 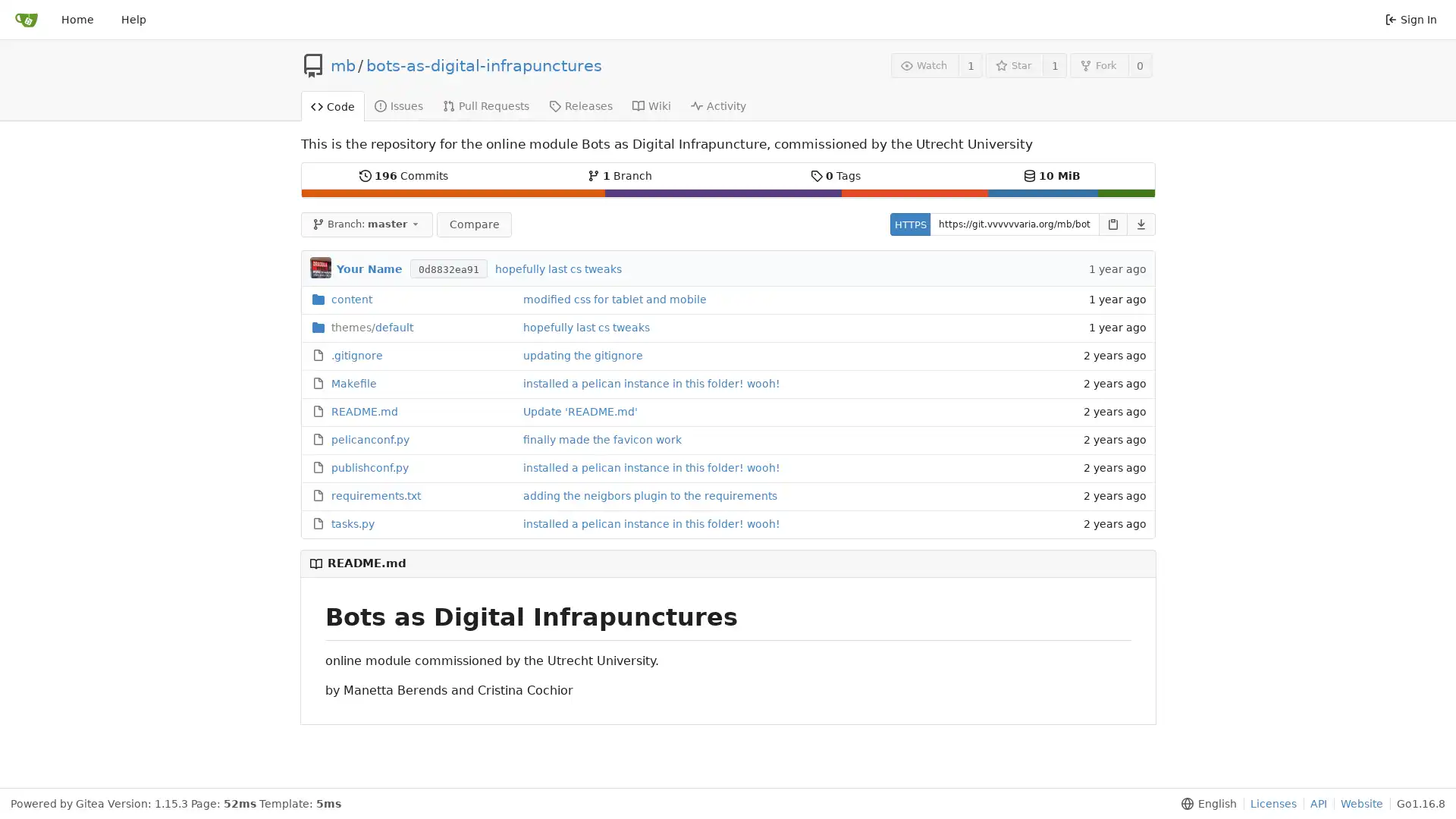 I want to click on Compare, so click(x=472, y=224).